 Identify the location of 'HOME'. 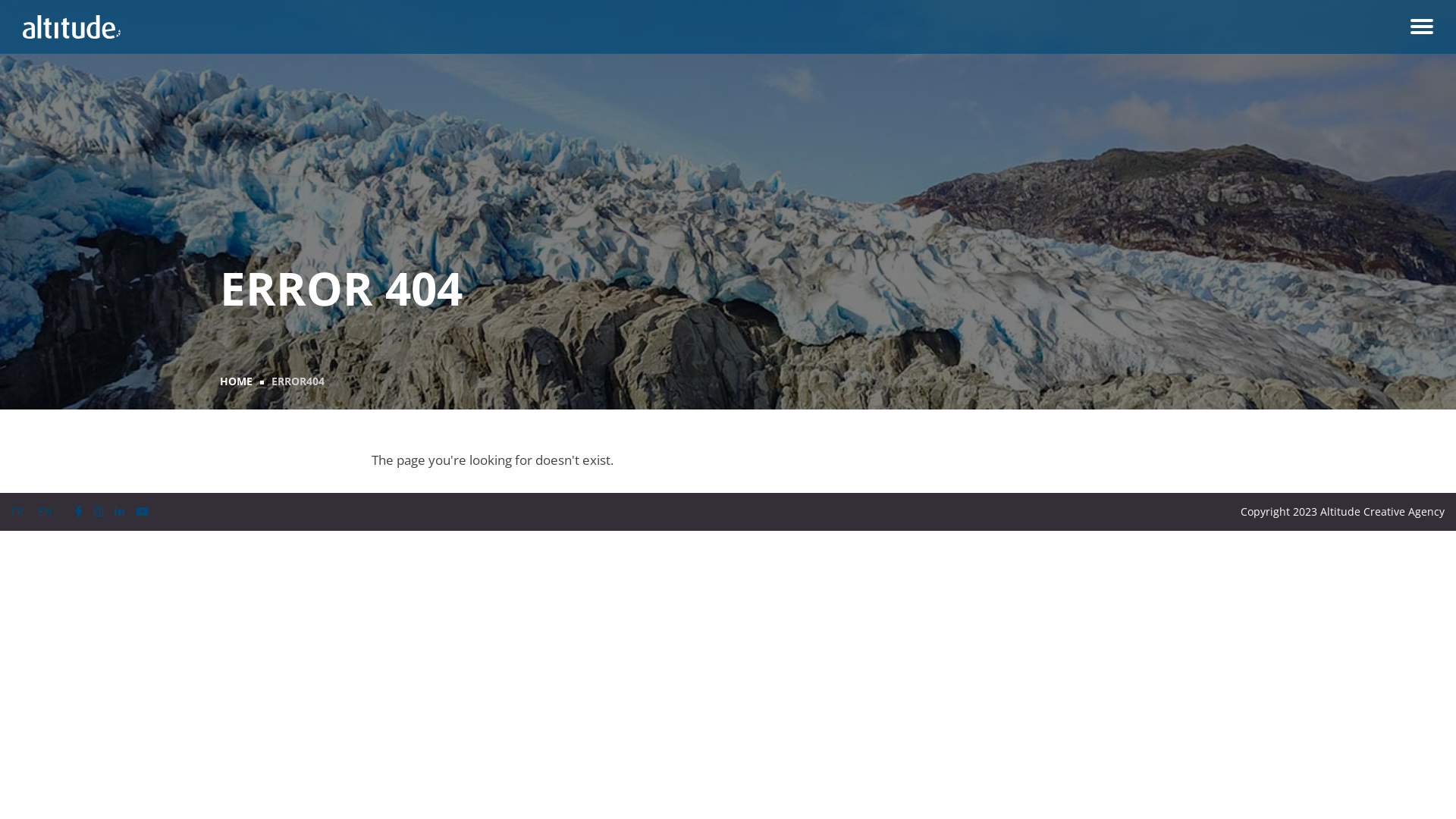
(235, 380).